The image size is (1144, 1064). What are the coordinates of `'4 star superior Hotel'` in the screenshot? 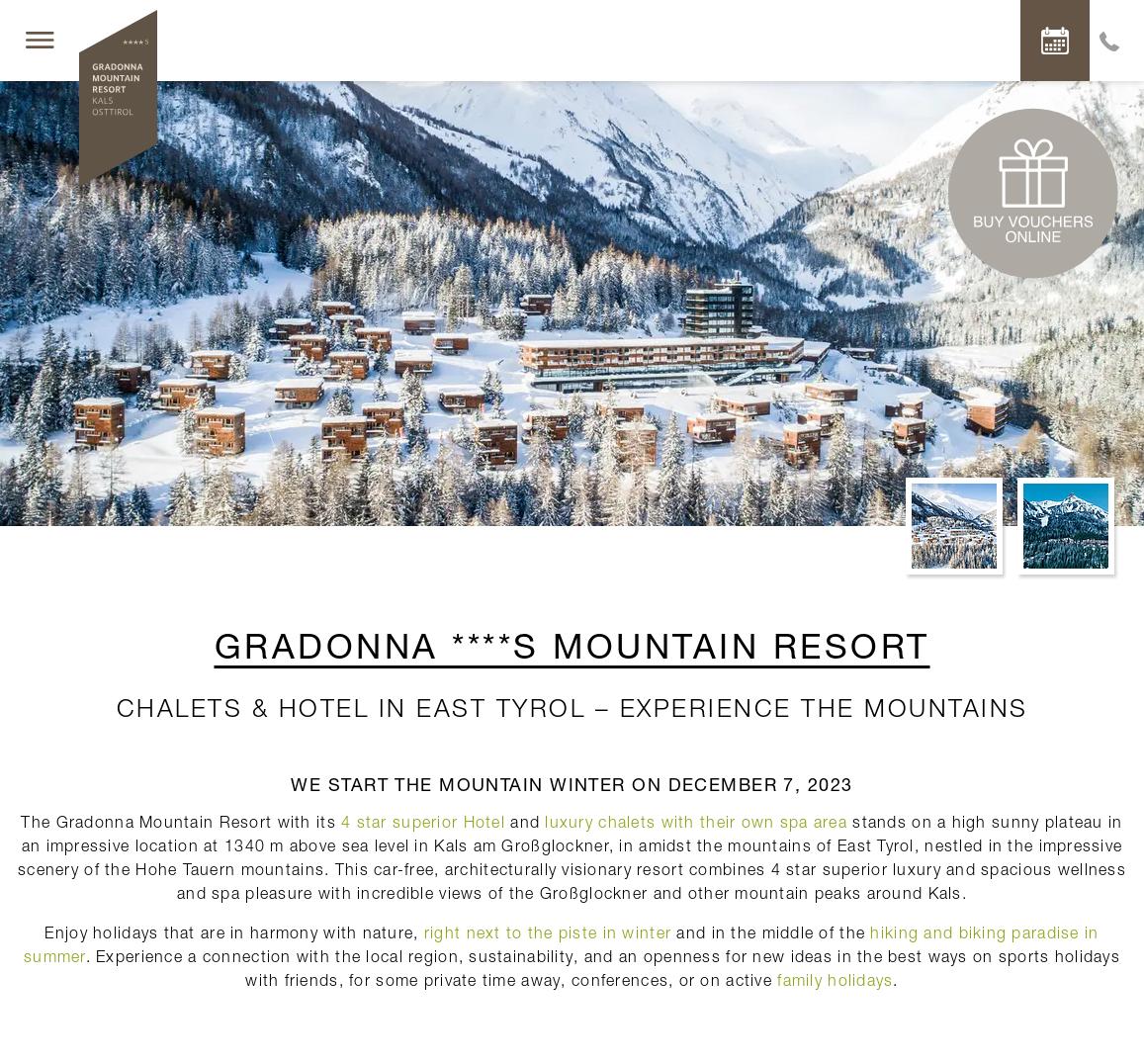 It's located at (421, 820).